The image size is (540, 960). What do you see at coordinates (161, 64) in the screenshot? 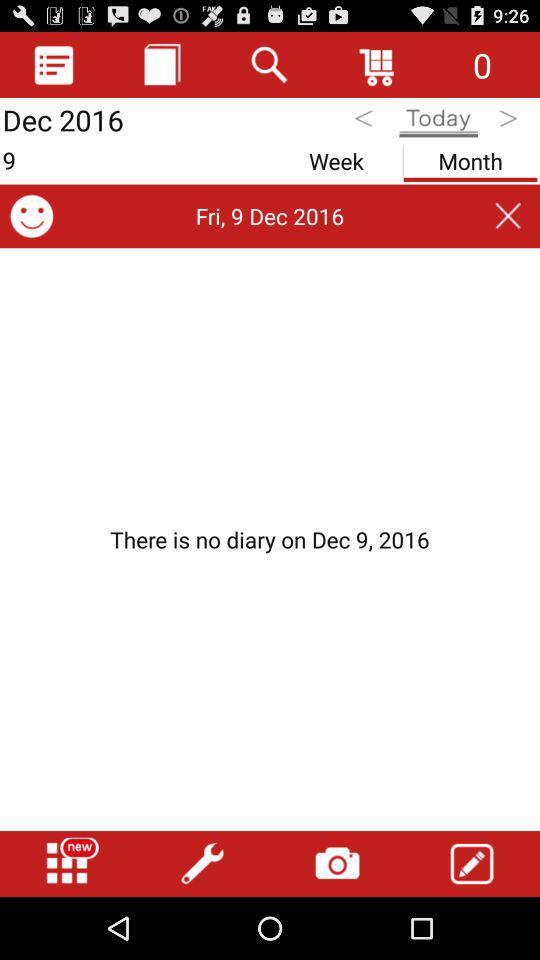
I see `icon next to dec 2016 icon` at bounding box center [161, 64].